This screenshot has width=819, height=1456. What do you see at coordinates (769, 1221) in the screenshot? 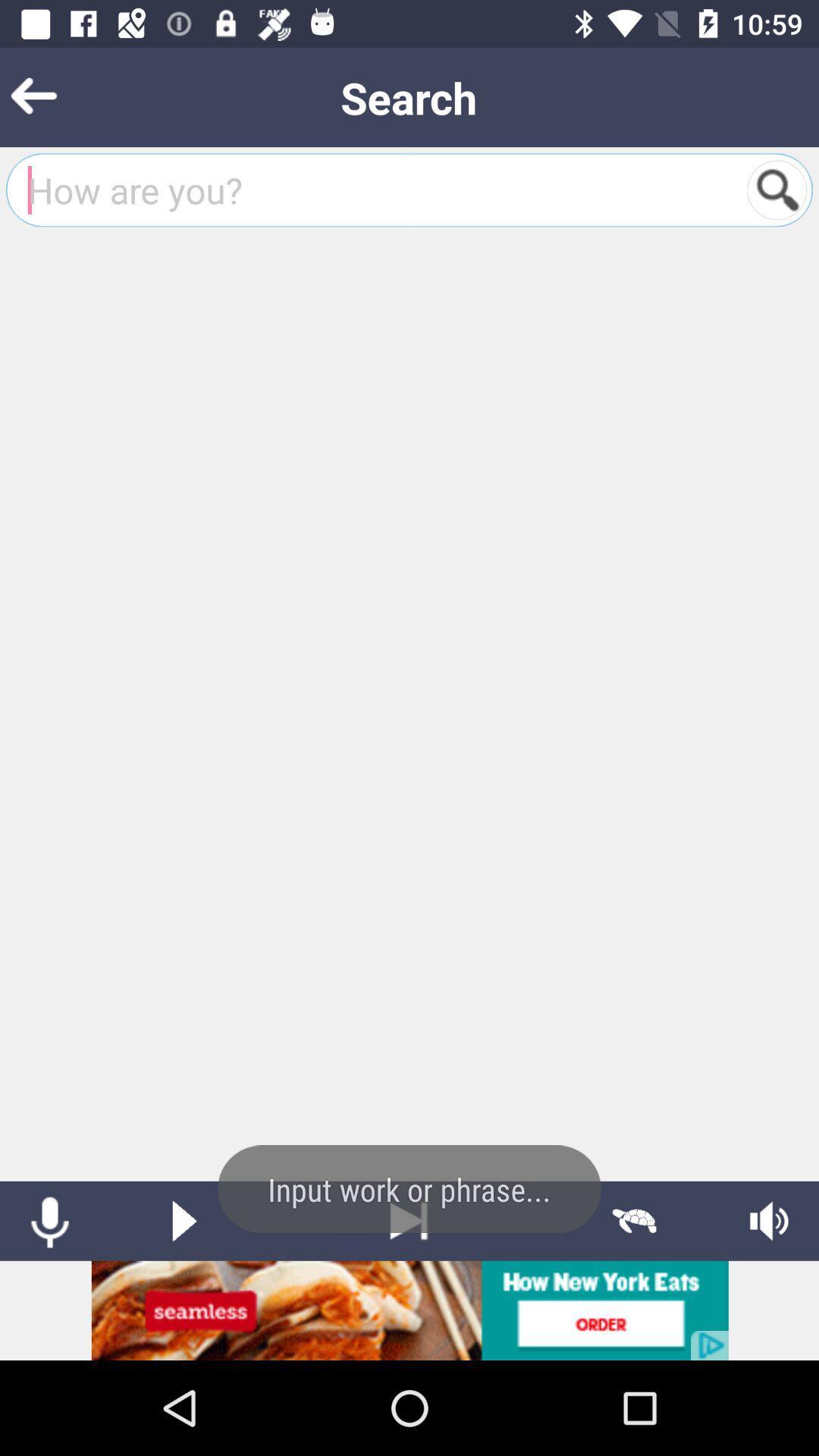
I see `audio` at bounding box center [769, 1221].